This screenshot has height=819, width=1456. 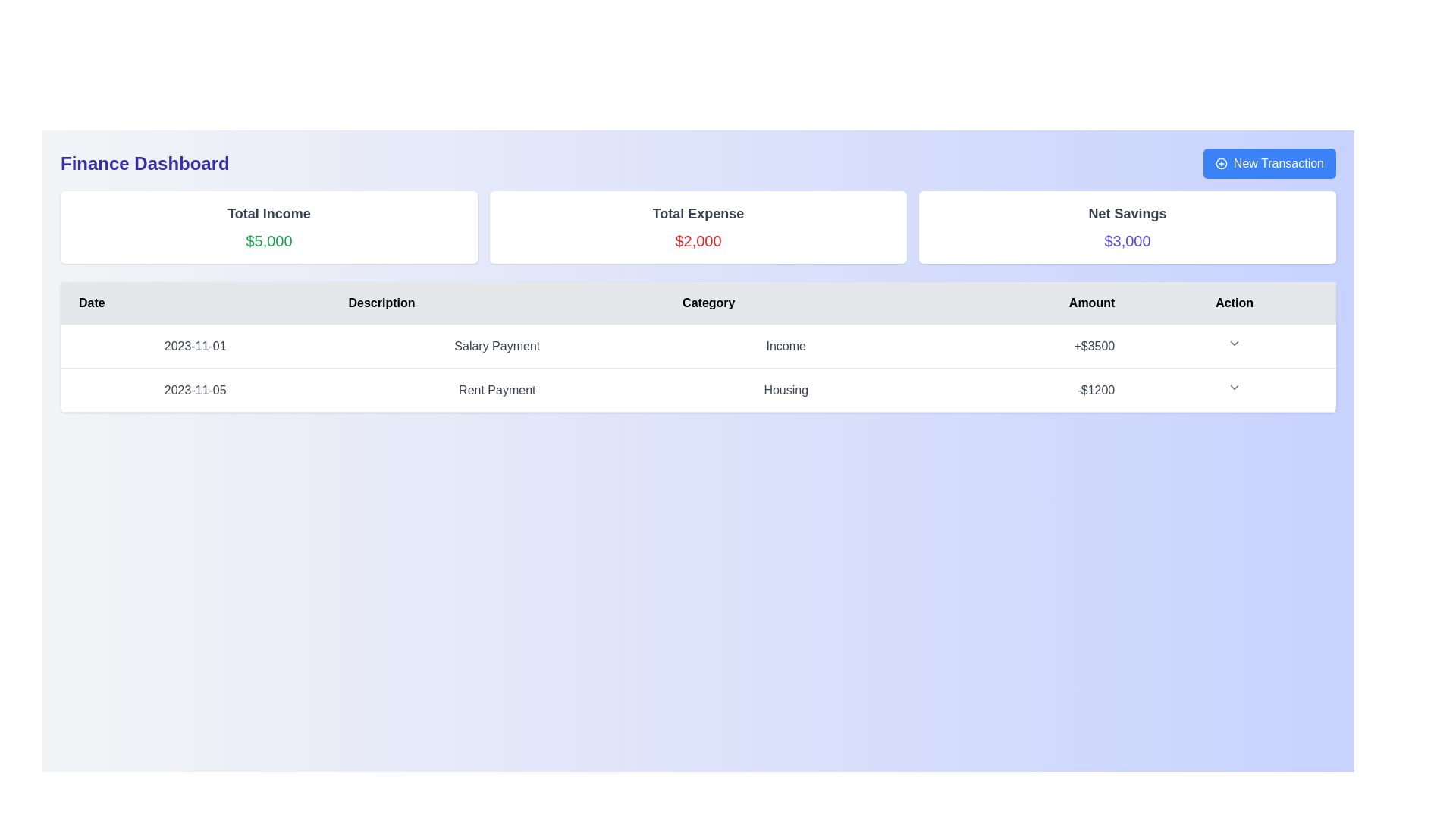 I want to click on the static text label displaying the date in the second row of the tabular data layout, which is the leftmost entry in the 'Date' column, so click(x=194, y=389).